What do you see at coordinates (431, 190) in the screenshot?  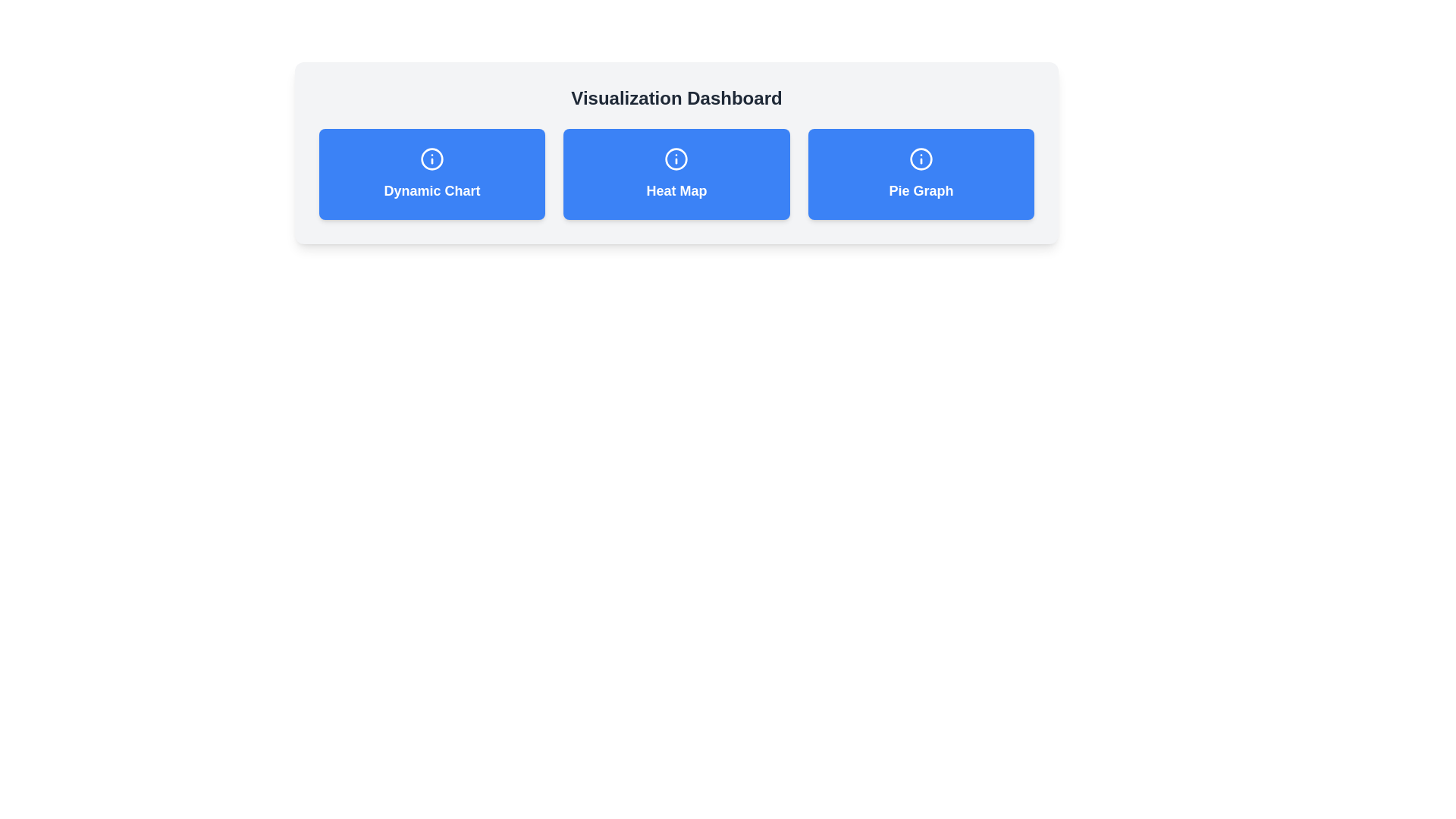 I see `the text label displaying 'Dynamic Chart' which is styled in bold typography and centrally aligned within the blue rectangular button` at bounding box center [431, 190].